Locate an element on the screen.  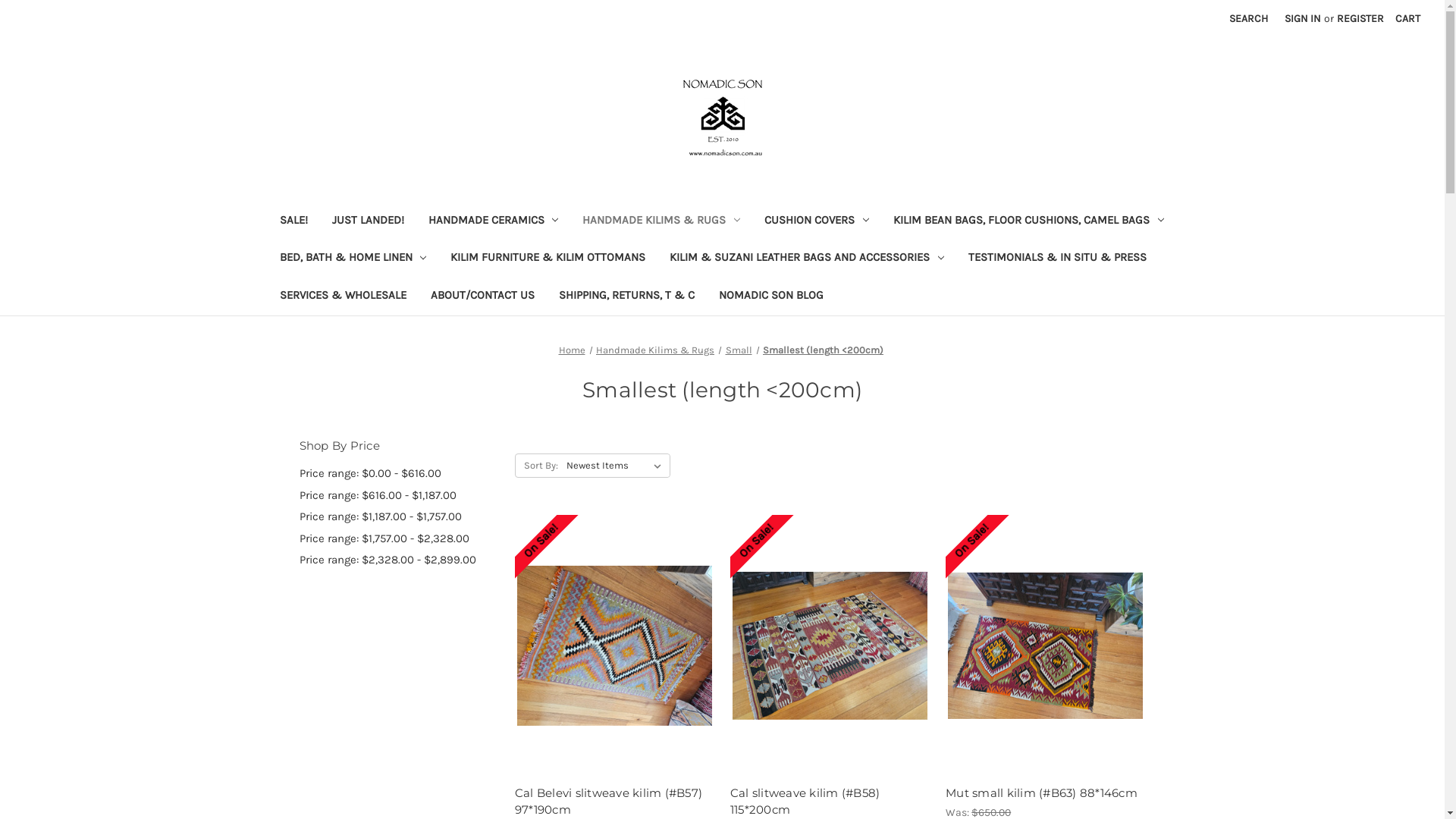
'SIGN IN' is located at coordinates (1302, 18).